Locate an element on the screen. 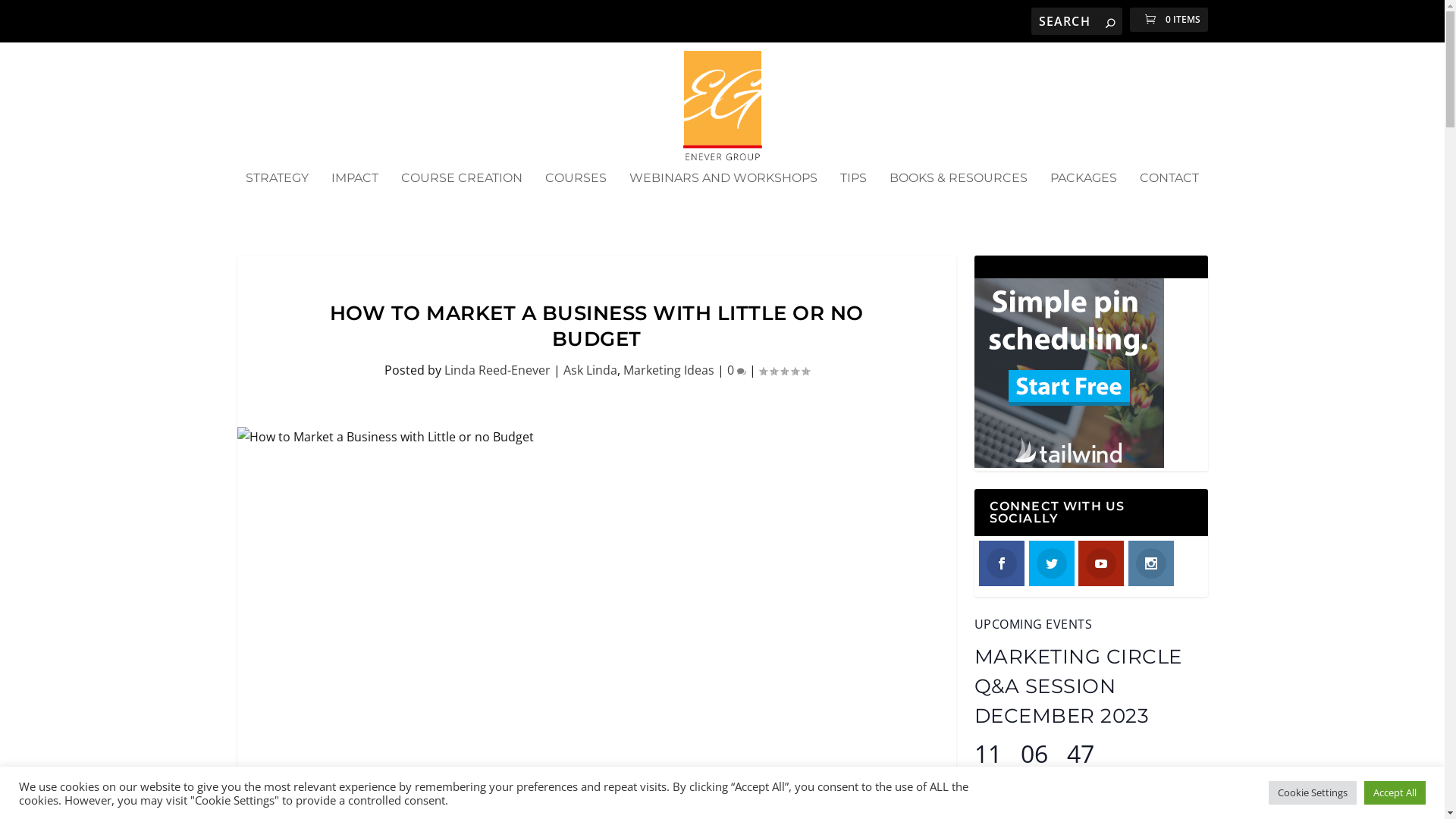 This screenshot has width=1456, height=819. 'CONTACT' is located at coordinates (1168, 198).